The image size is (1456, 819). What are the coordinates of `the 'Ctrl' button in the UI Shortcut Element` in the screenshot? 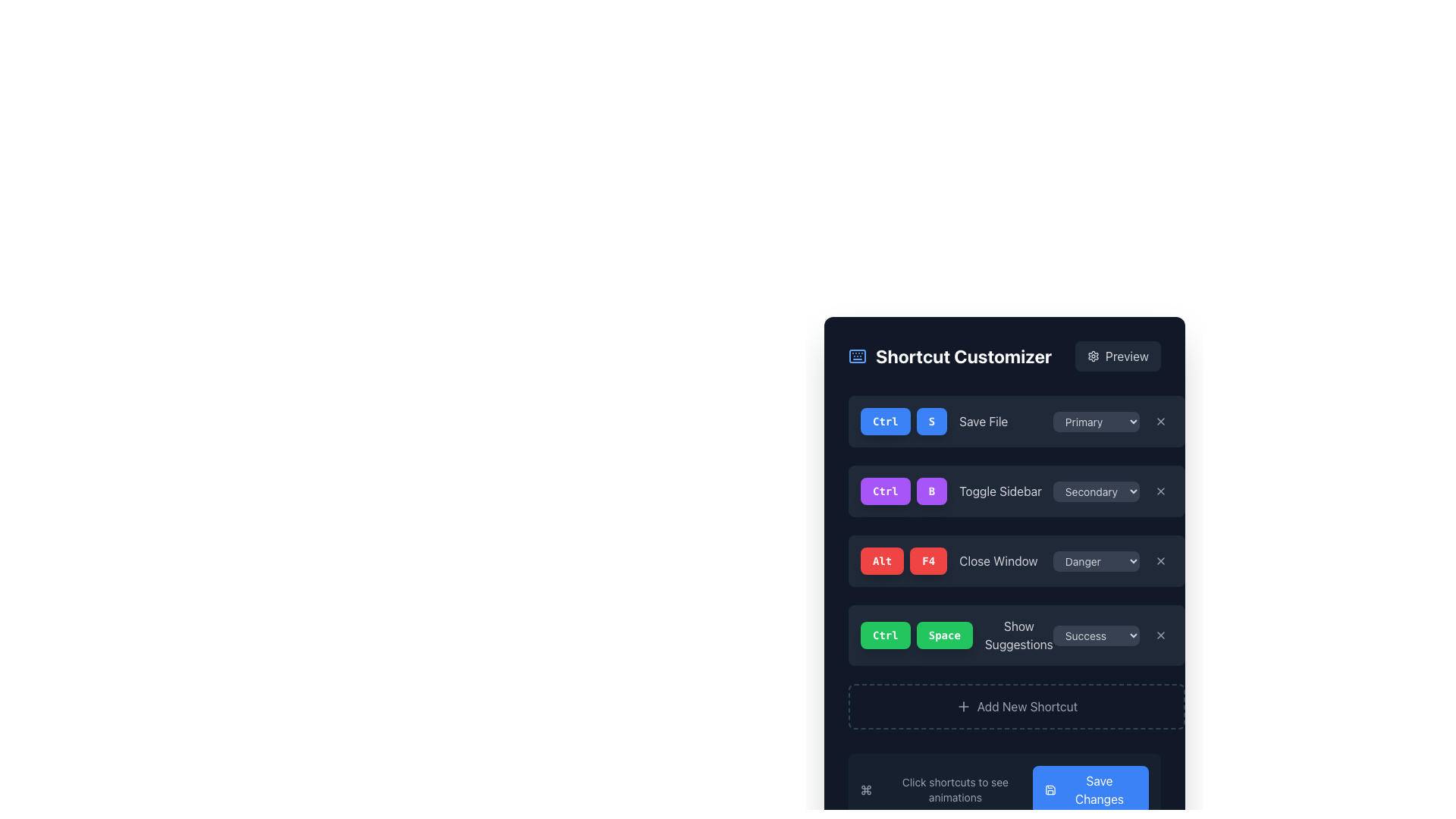 It's located at (934, 421).